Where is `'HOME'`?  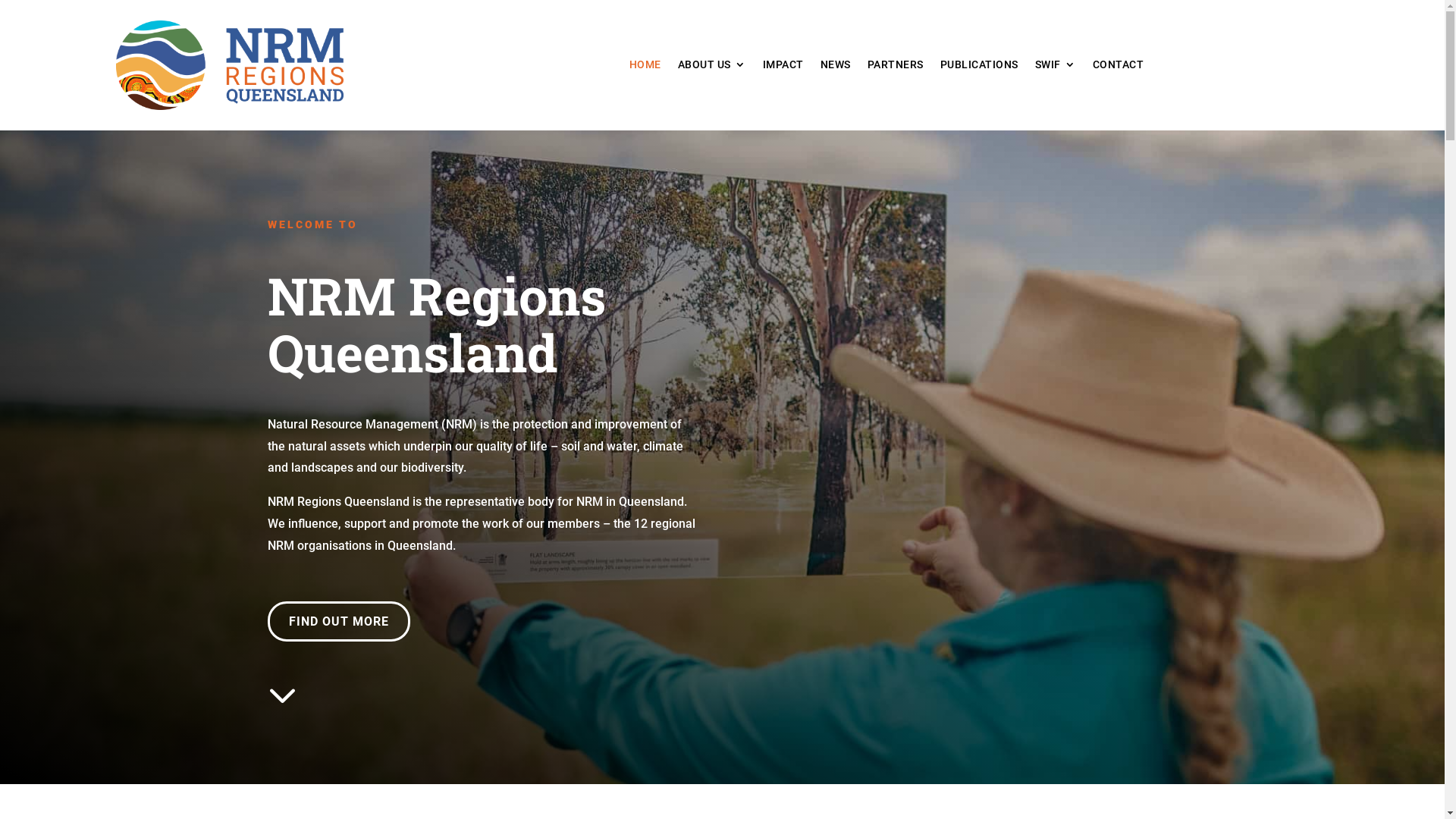 'HOME' is located at coordinates (645, 67).